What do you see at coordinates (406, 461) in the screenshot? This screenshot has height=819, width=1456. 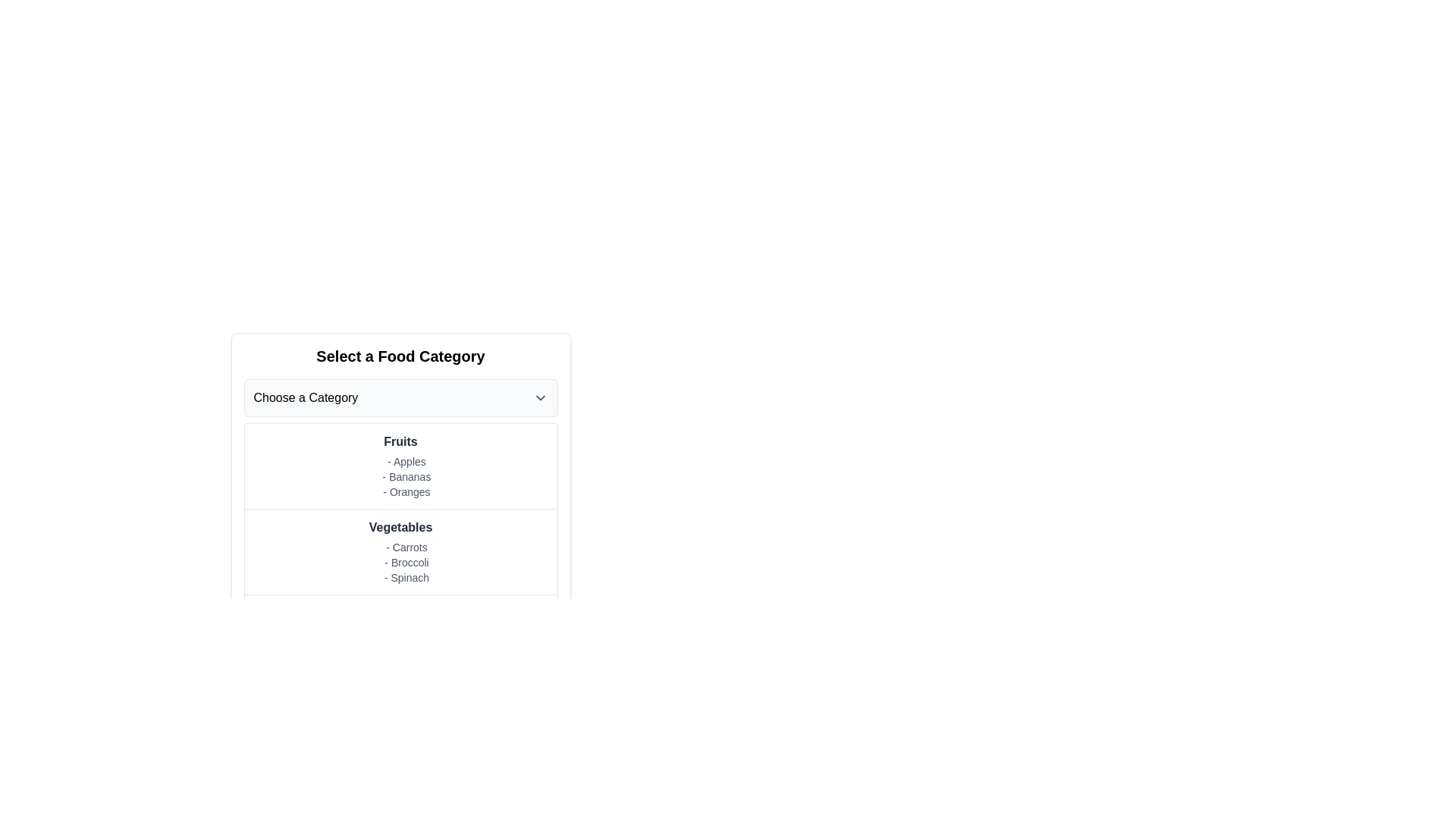 I see `the text element representing 'Apples' in the fruit list, which is positioned above 'Bananas' and 'Oranges'` at bounding box center [406, 461].